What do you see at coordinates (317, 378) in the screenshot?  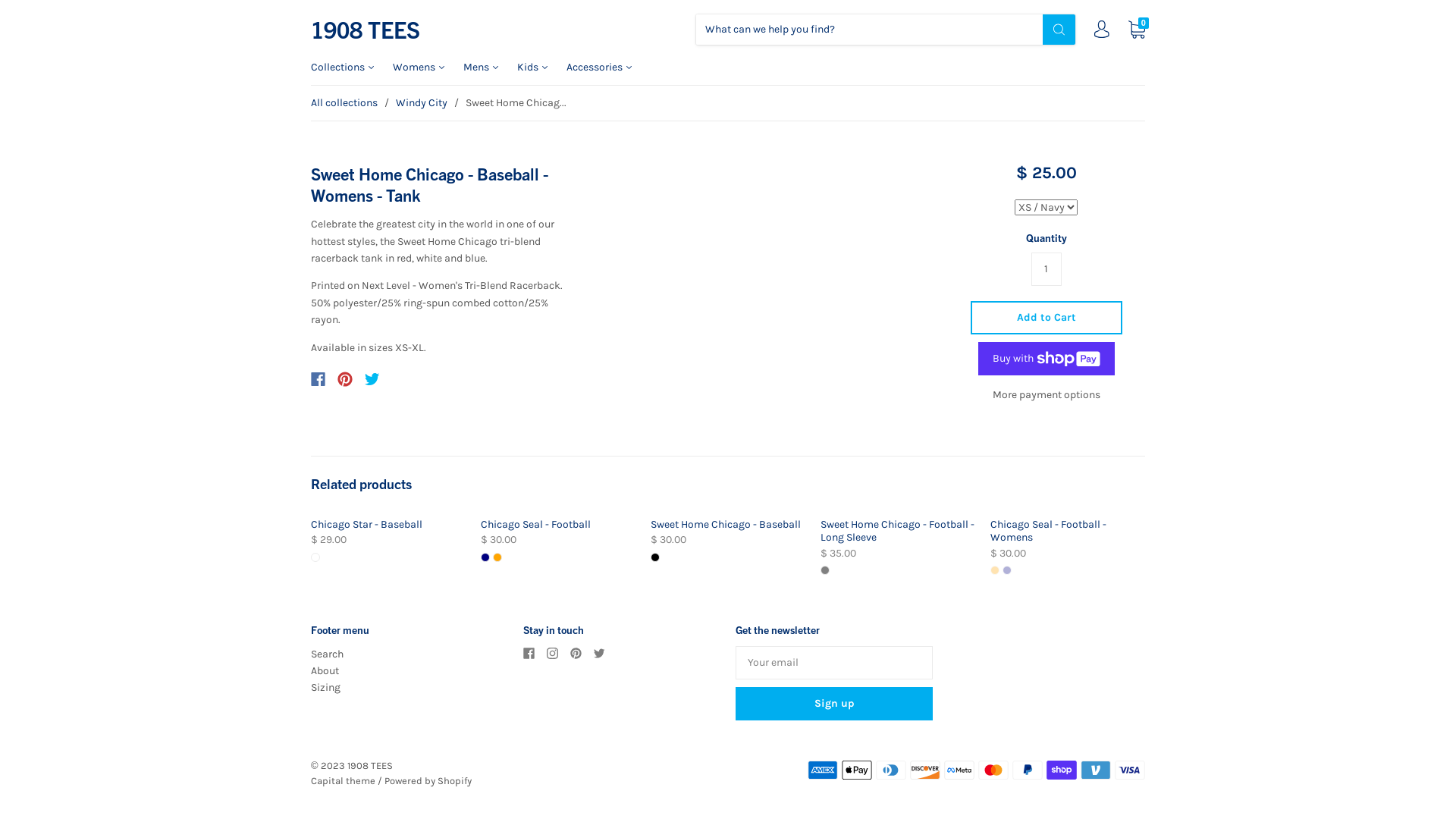 I see `'Facebook'` at bounding box center [317, 378].